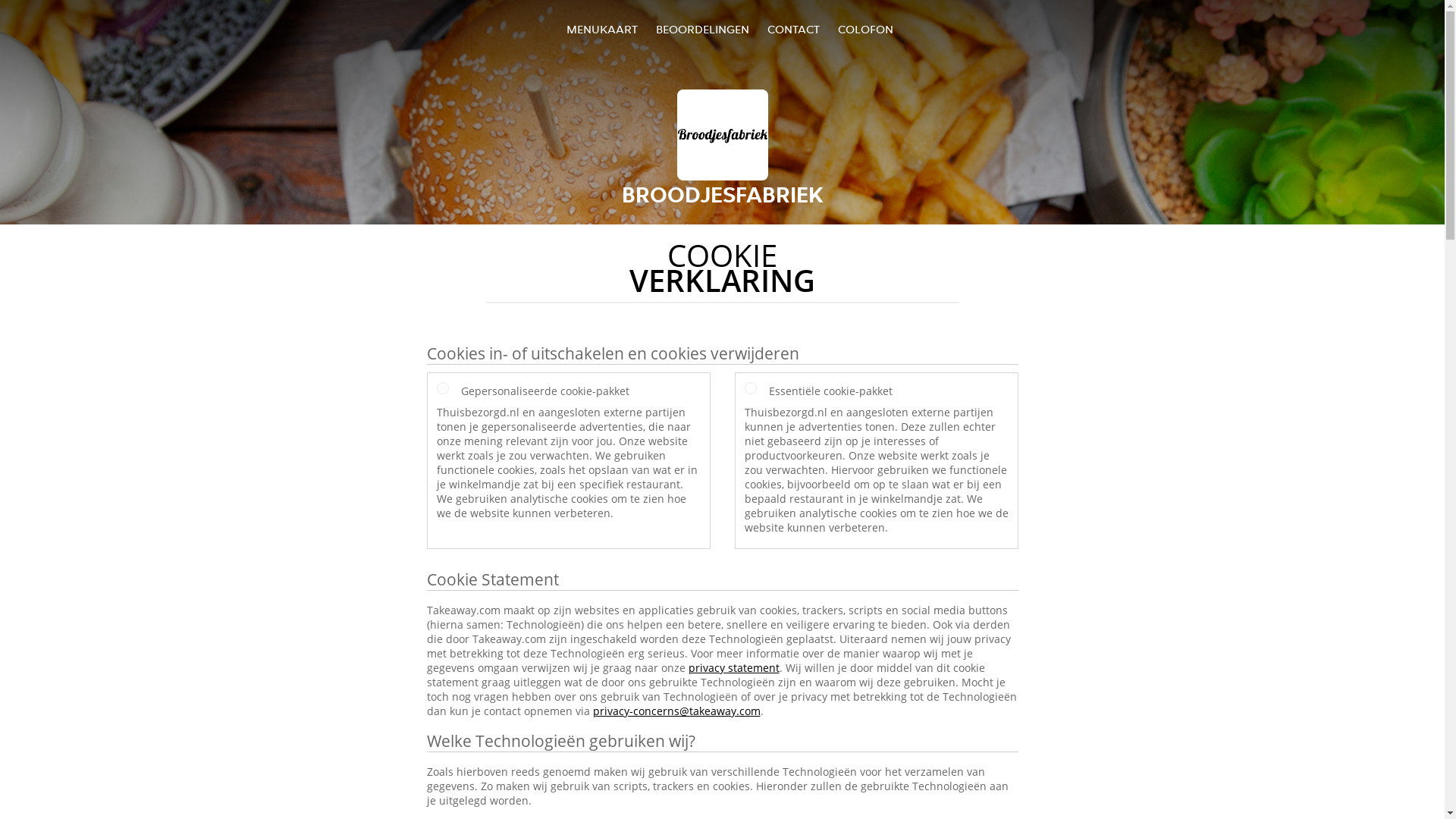 This screenshot has height=819, width=1456. Describe the element at coordinates (865, 29) in the screenshot. I see `'COLOFON'` at that location.